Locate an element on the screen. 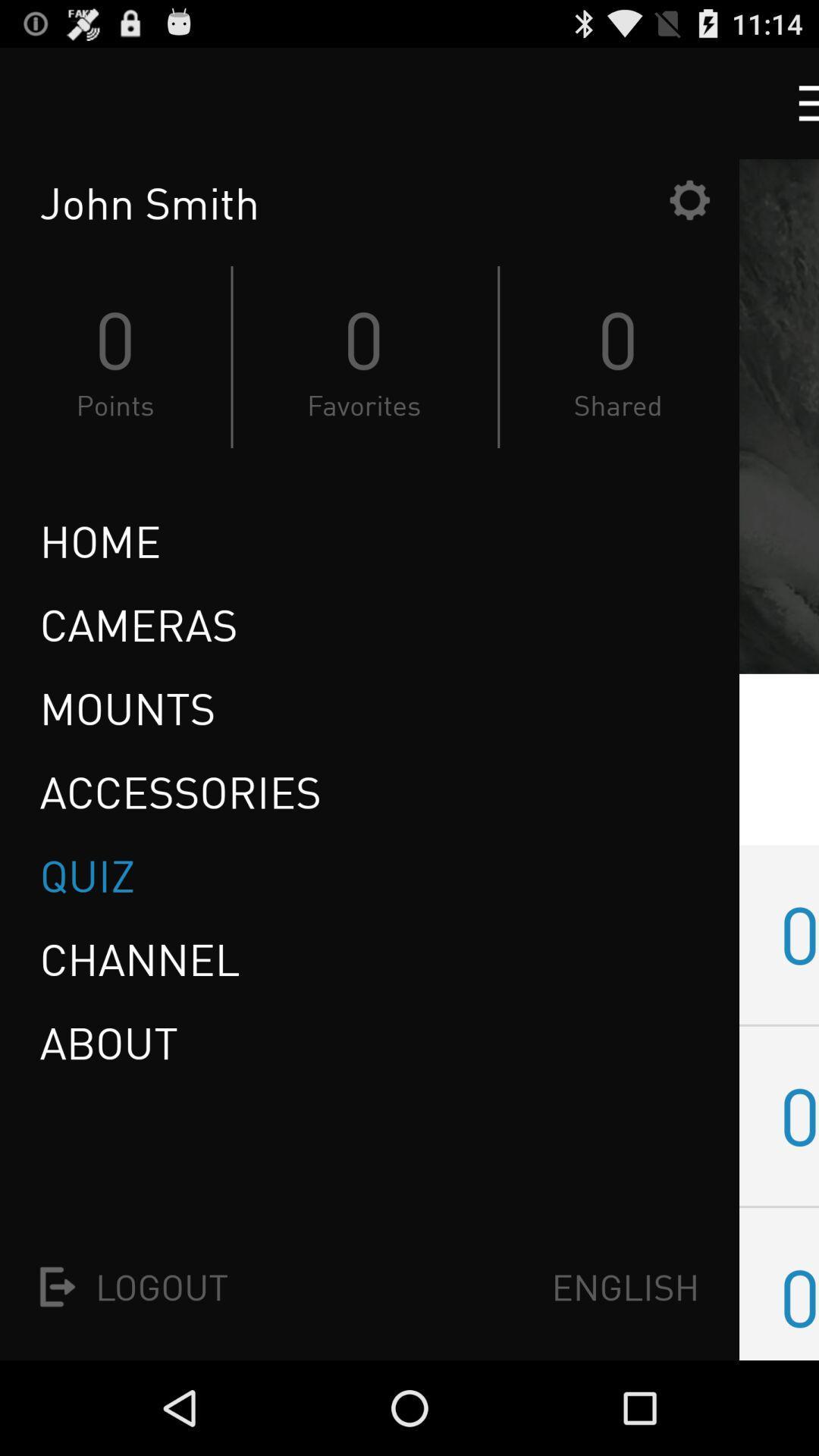 The image size is (819, 1456). quiz  icon is located at coordinates (93, 876).